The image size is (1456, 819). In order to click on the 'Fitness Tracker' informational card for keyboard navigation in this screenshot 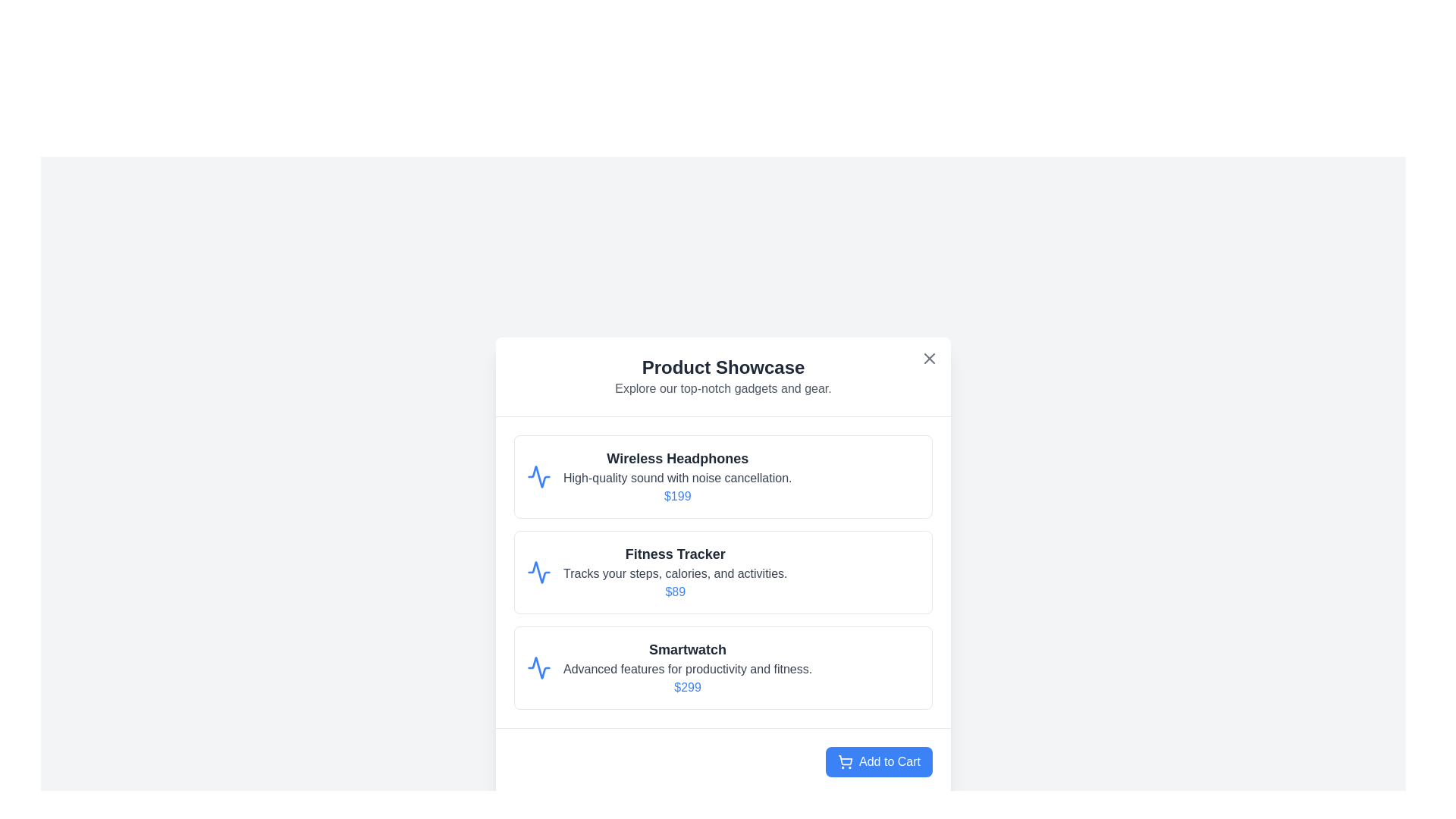, I will do `click(674, 573)`.